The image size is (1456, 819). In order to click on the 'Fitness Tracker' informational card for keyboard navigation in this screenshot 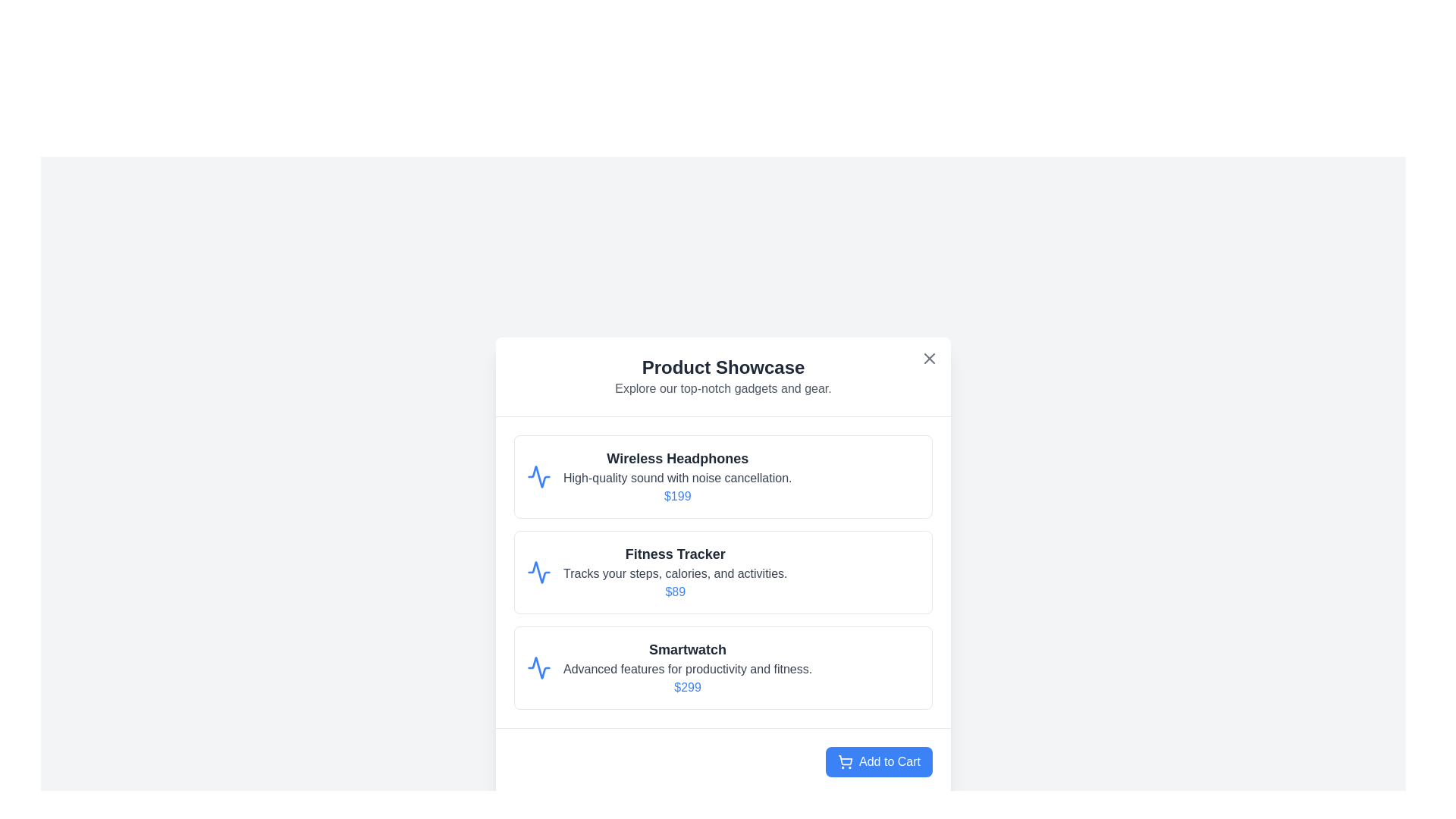, I will do `click(674, 573)`.